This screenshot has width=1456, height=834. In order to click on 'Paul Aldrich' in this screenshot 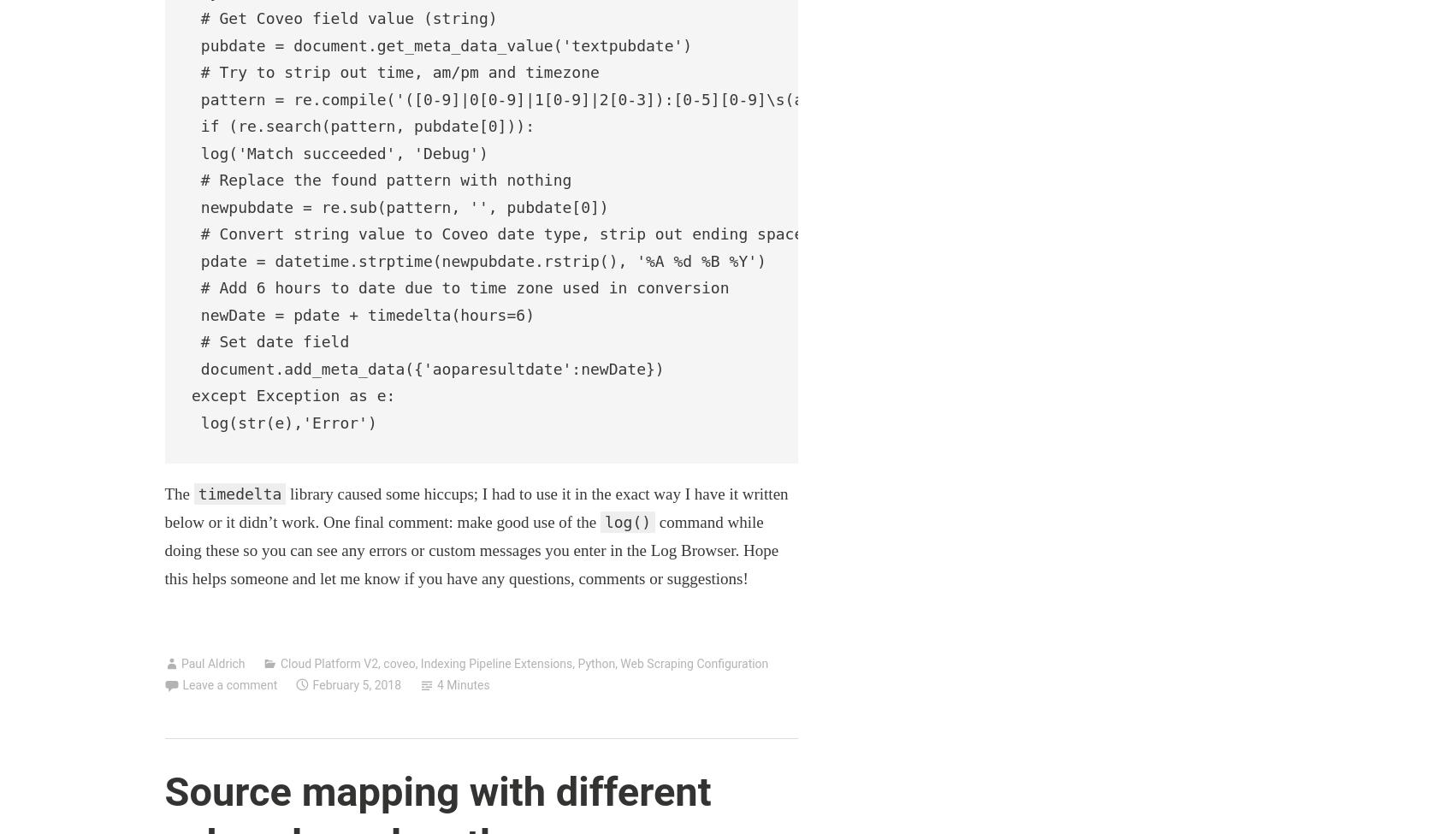, I will do `click(211, 662)`.